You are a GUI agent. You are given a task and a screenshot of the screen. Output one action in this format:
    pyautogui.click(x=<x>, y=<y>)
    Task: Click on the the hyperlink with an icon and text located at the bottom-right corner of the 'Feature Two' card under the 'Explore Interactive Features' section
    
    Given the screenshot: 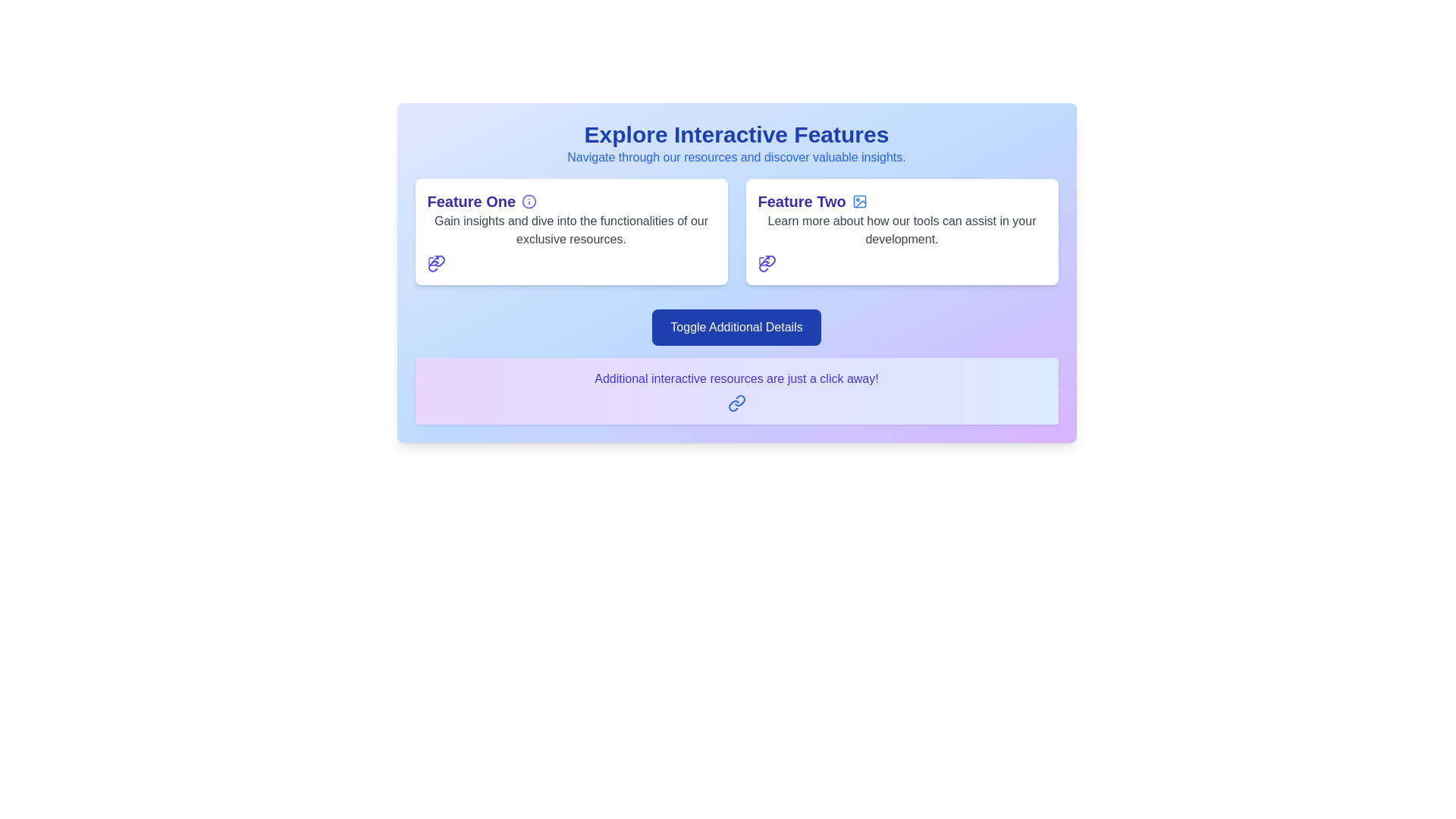 What is the action you would take?
    pyautogui.click(x=767, y=262)
    